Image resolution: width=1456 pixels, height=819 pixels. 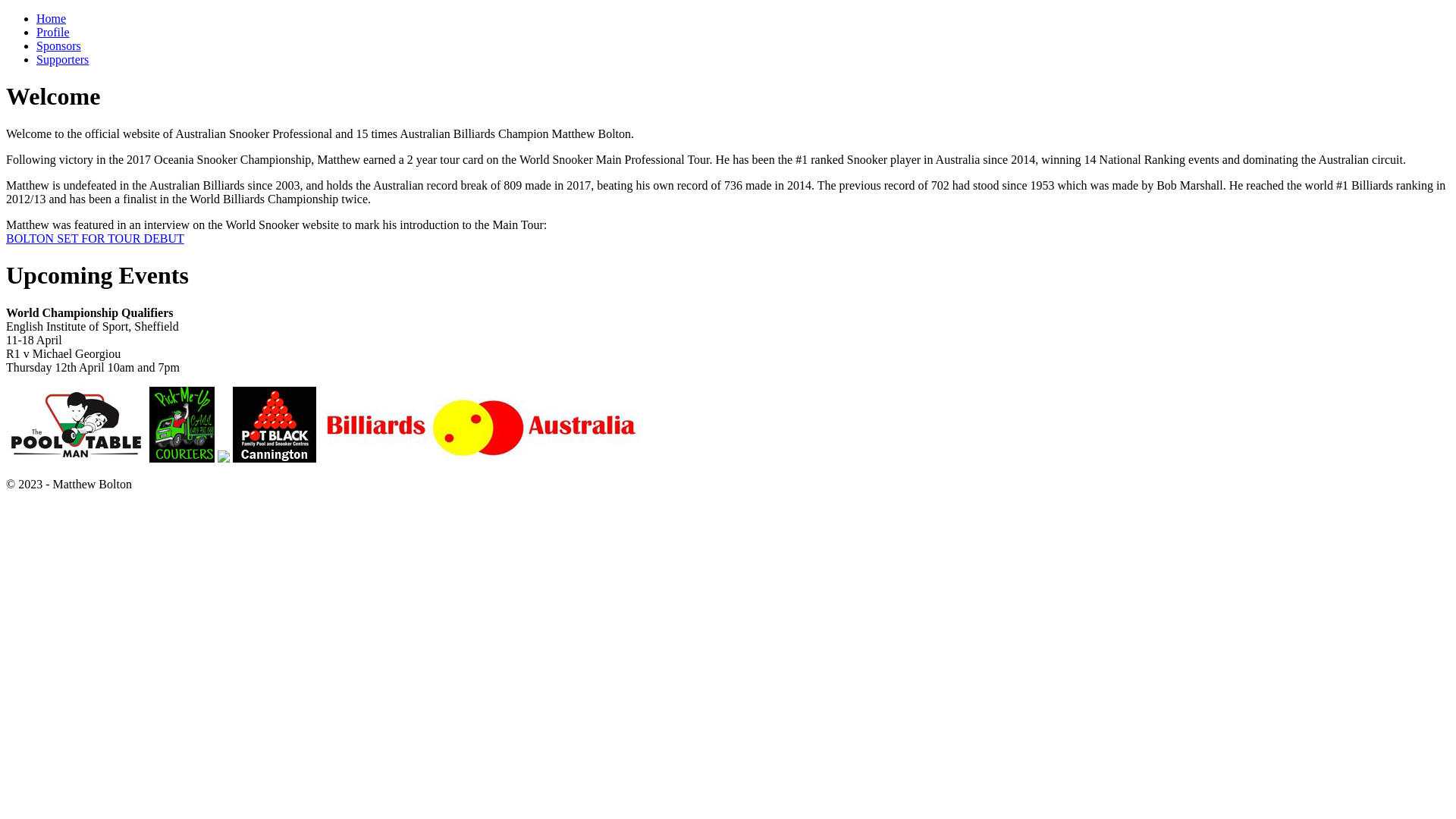 What do you see at coordinates (51, 18) in the screenshot?
I see `'Home'` at bounding box center [51, 18].